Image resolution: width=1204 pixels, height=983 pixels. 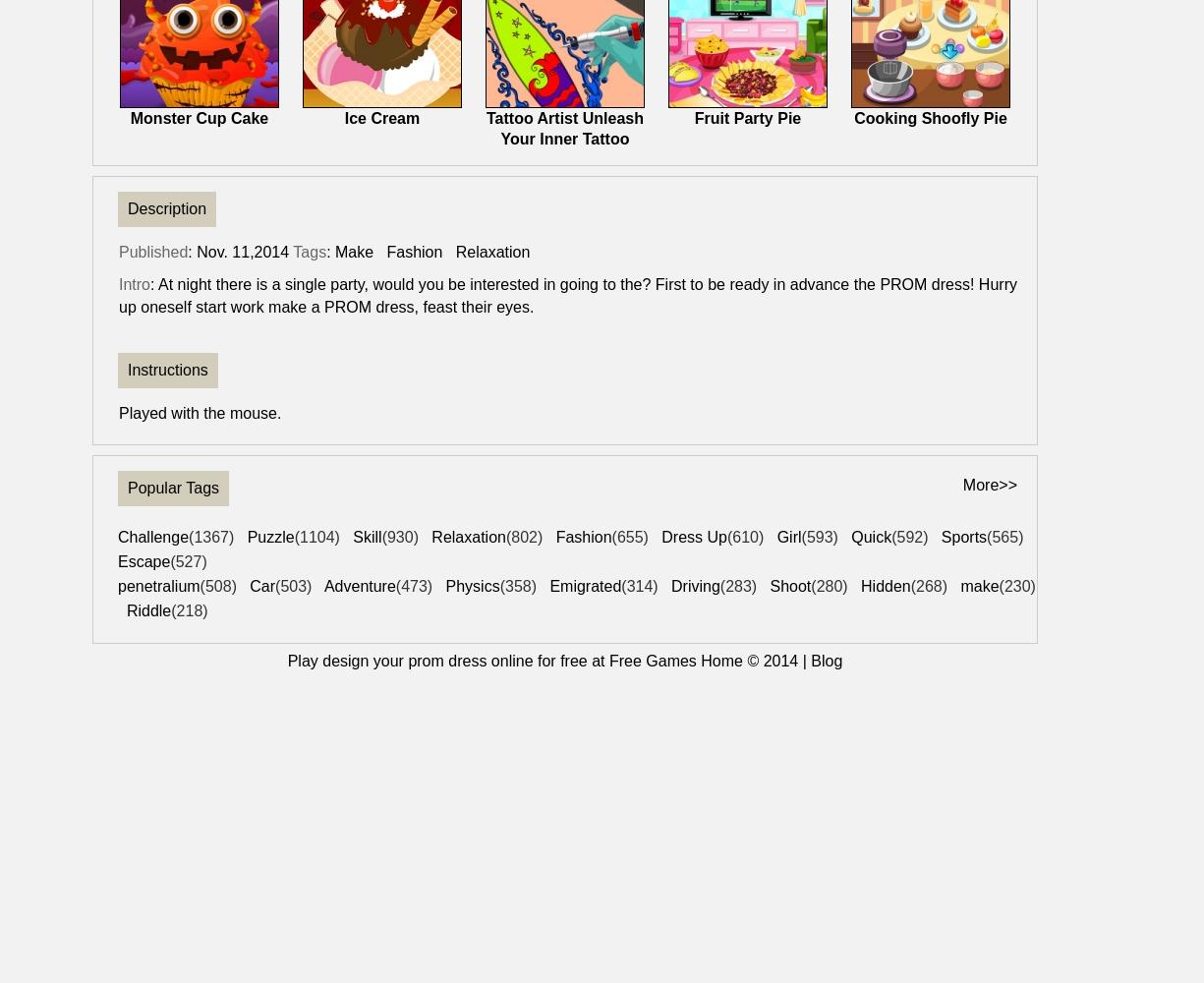 I want to click on 'Escape', so click(x=117, y=560).